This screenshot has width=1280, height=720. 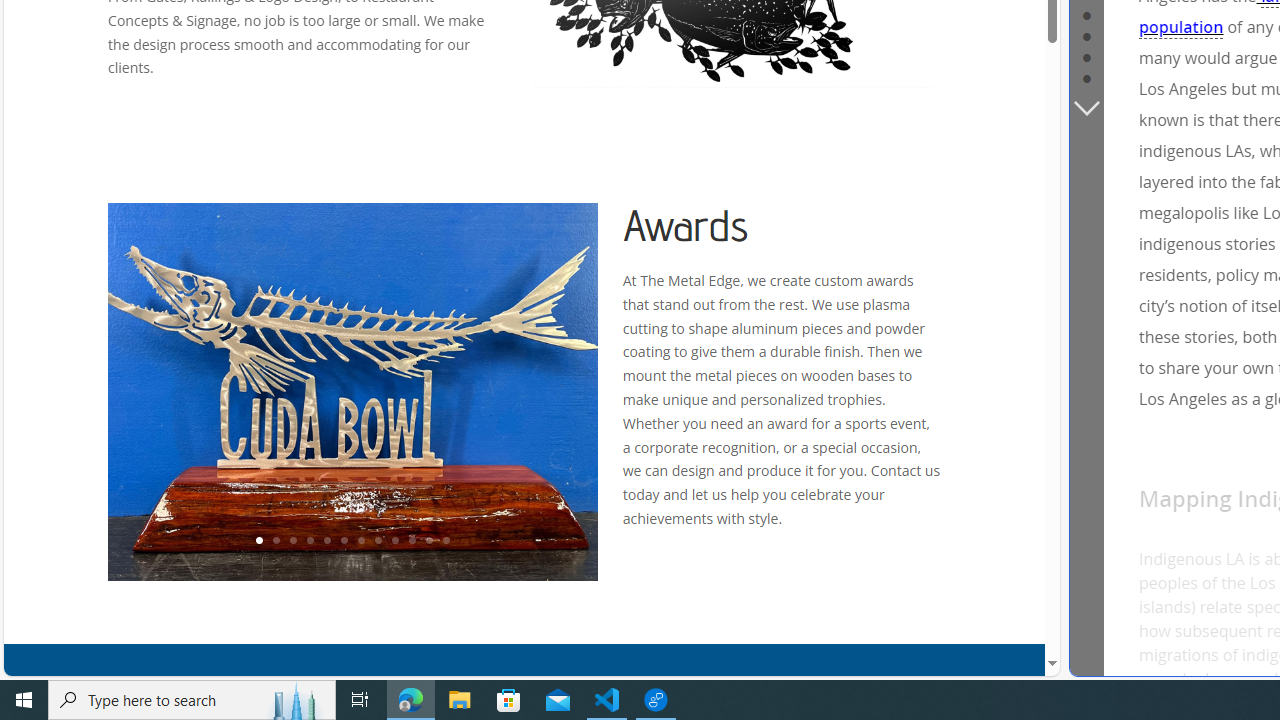 What do you see at coordinates (308, 541) in the screenshot?
I see `'4'` at bounding box center [308, 541].